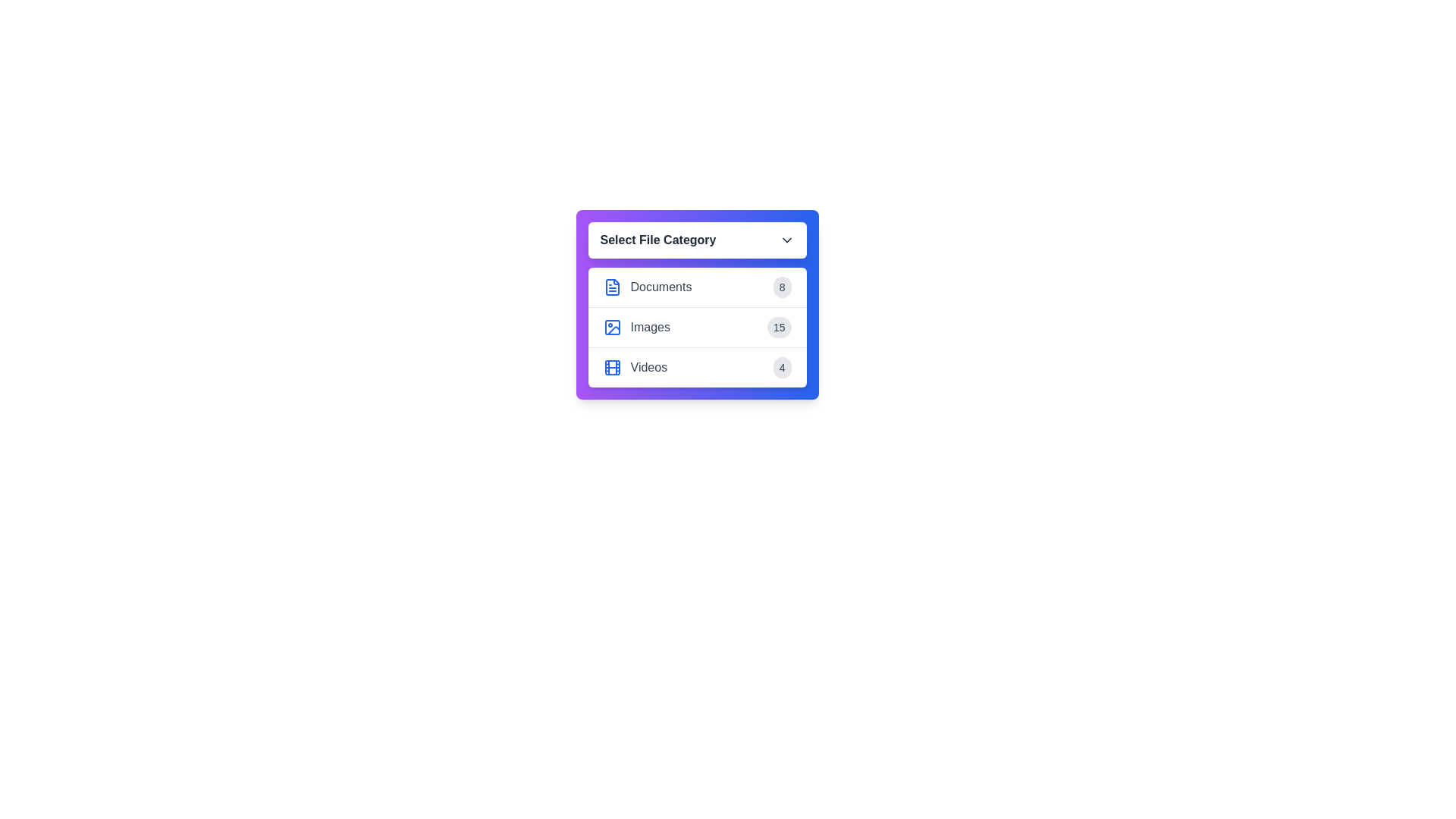 The height and width of the screenshot is (819, 1456). I want to click on the blue rectangle with rounded corners that is part of the film icon under the 'Videos' option in the list, so click(612, 368).